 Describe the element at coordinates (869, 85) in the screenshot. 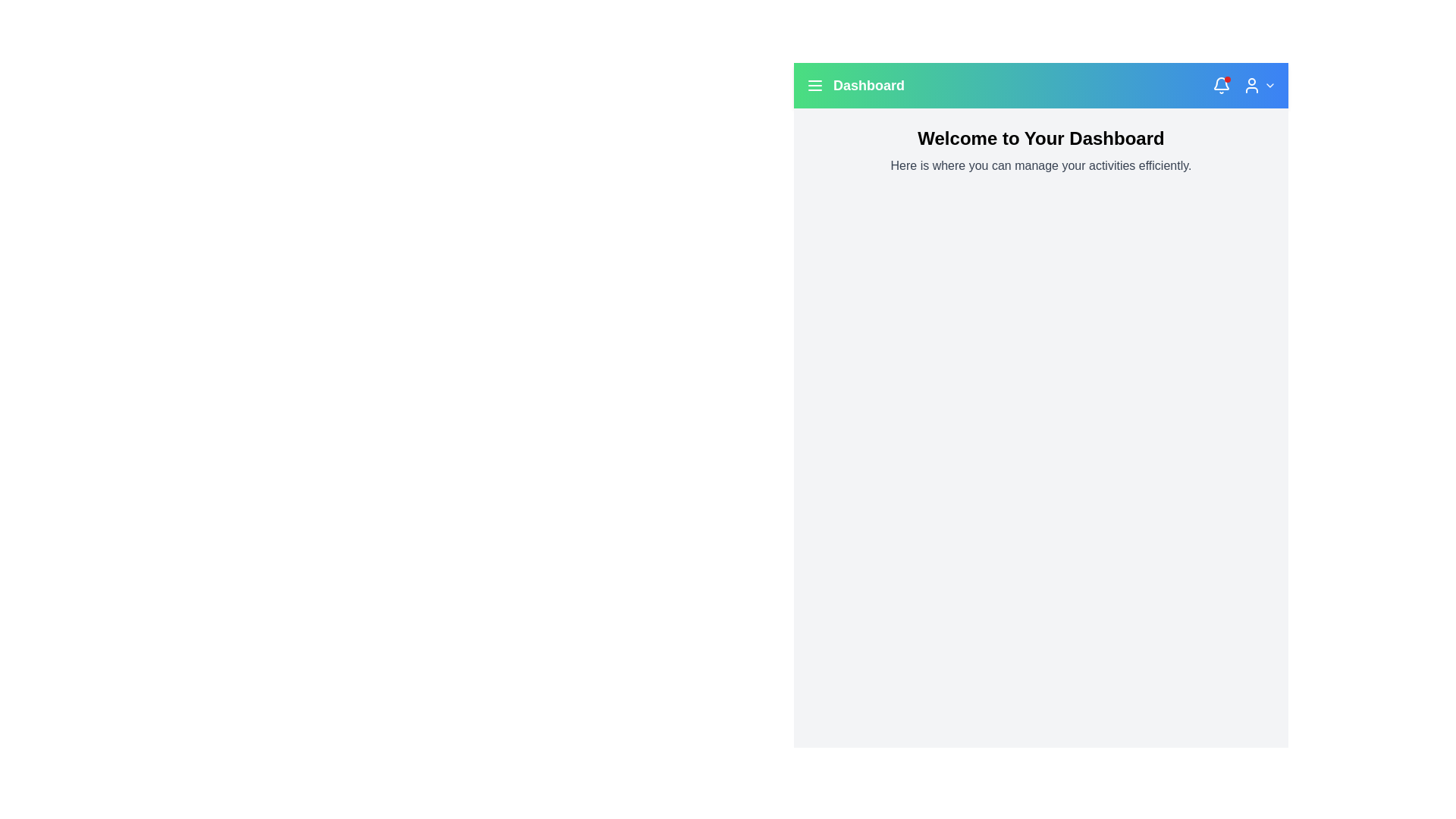

I see `text label displaying 'Dashboard' which is prominently positioned in the top-left corner of the page on a green background` at that location.